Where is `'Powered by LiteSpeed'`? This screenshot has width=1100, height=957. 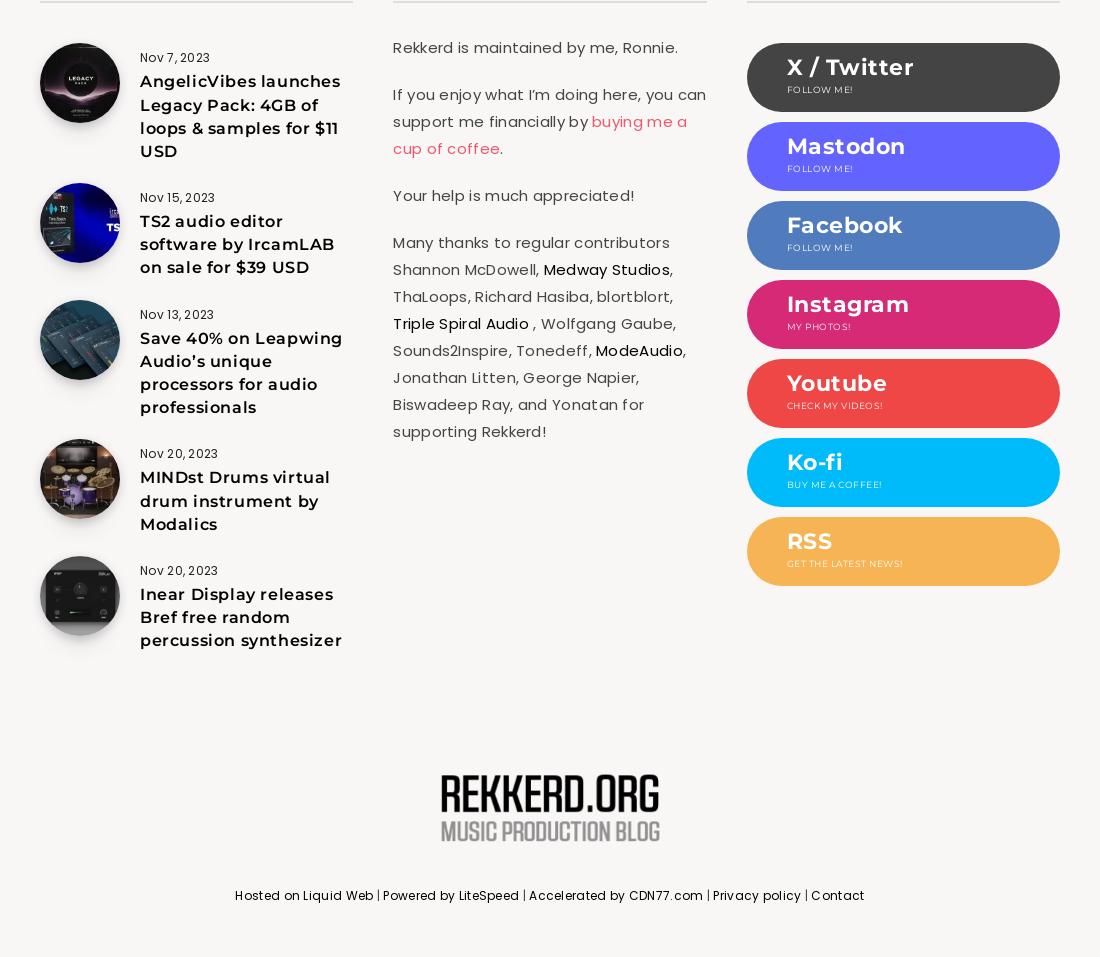
'Powered by LiteSpeed' is located at coordinates (450, 896).